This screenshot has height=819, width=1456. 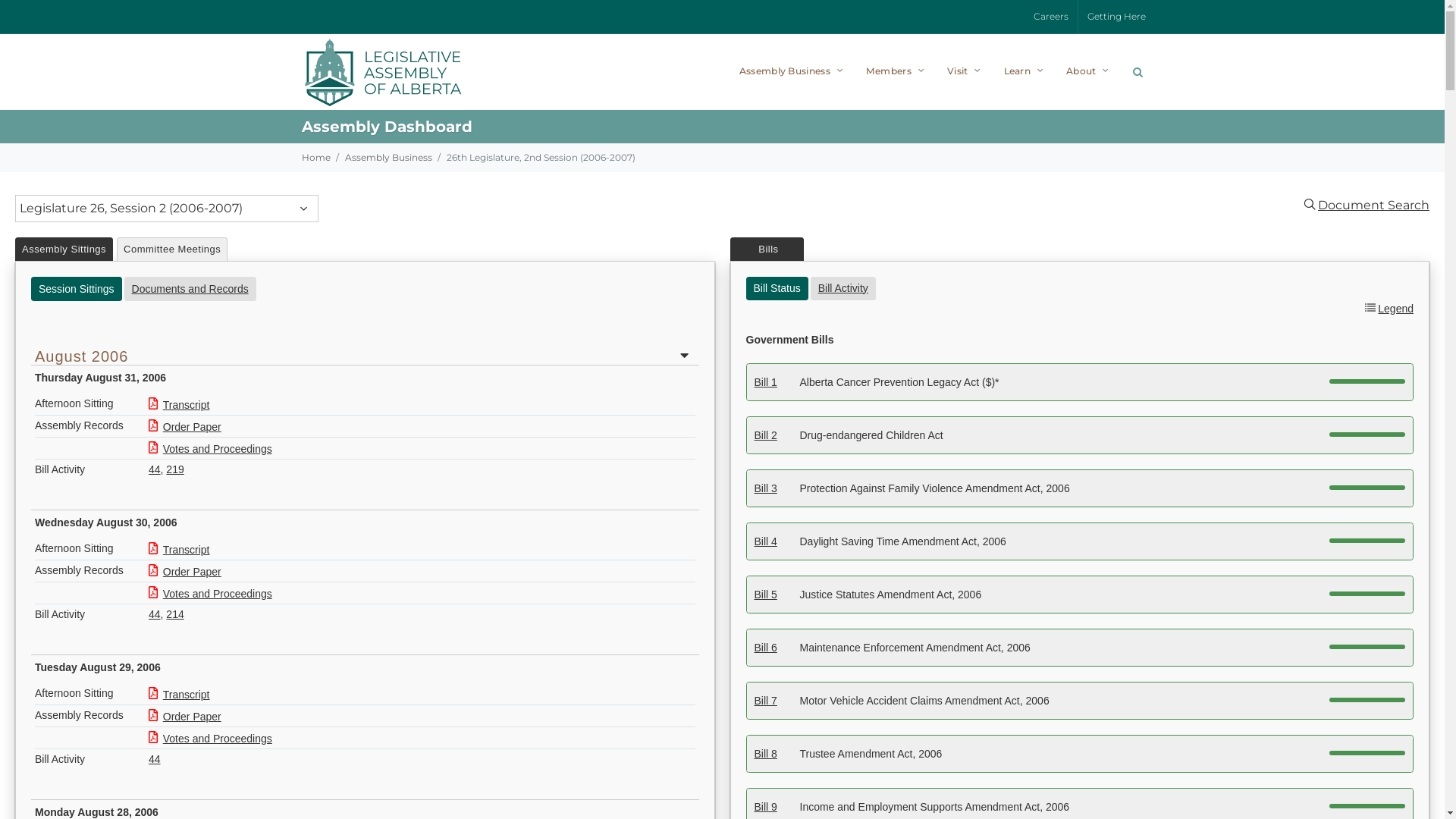 I want to click on 'Assembly Business', so click(x=792, y=71).